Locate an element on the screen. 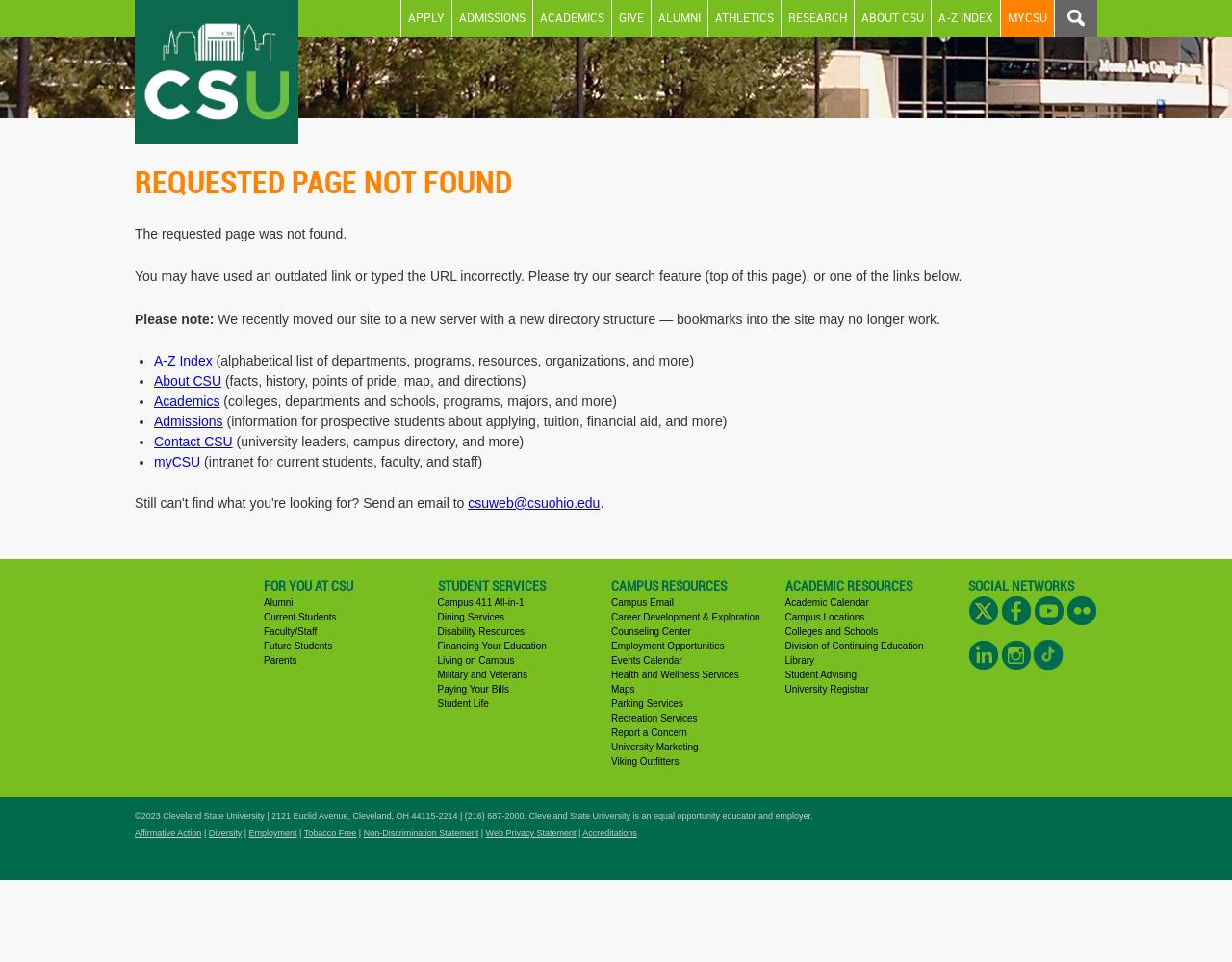 Image resolution: width=1232 pixels, height=962 pixels. 'University Registrar' is located at coordinates (826, 687).